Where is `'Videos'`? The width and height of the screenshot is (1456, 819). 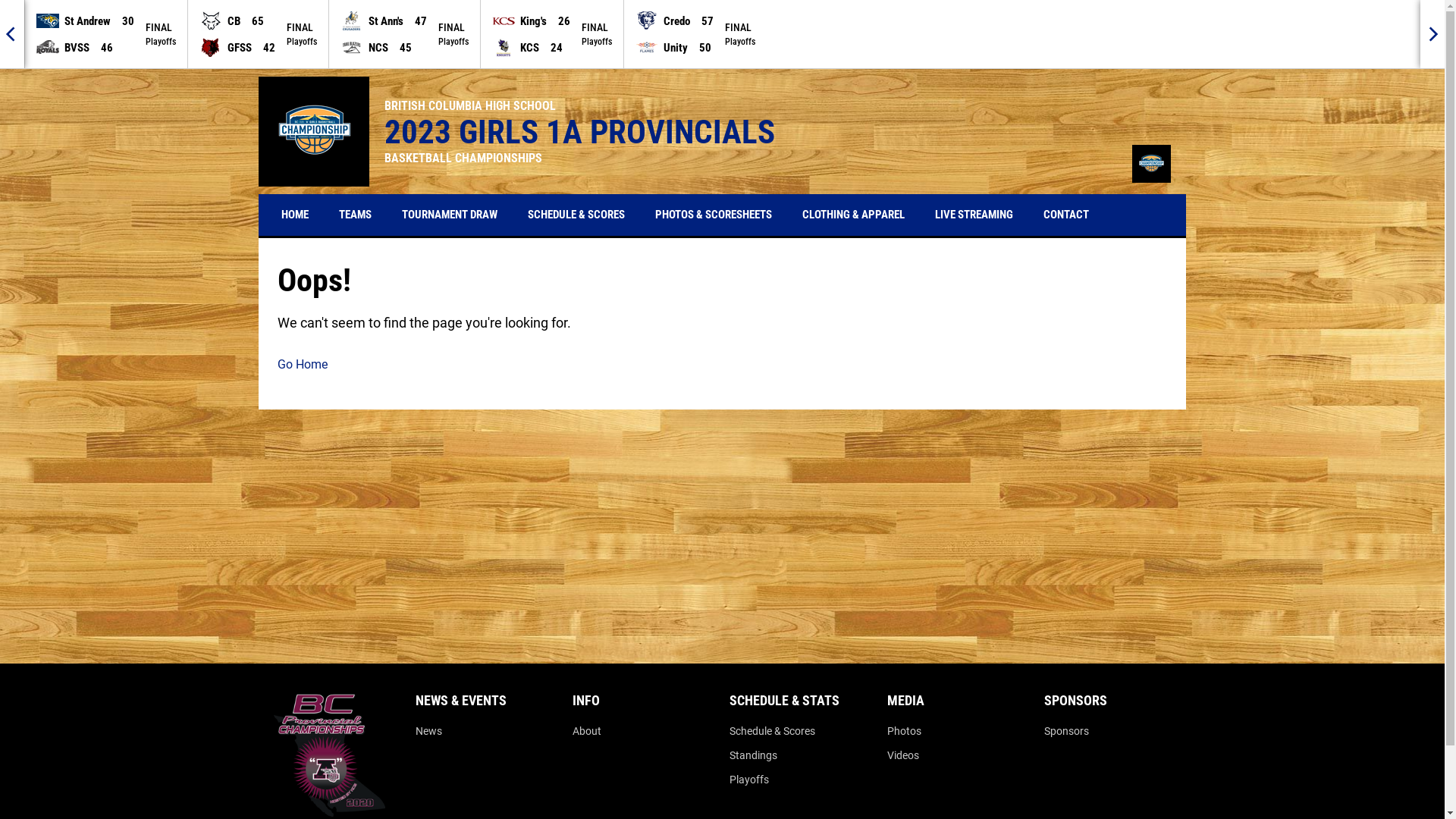 'Videos' is located at coordinates (902, 755).